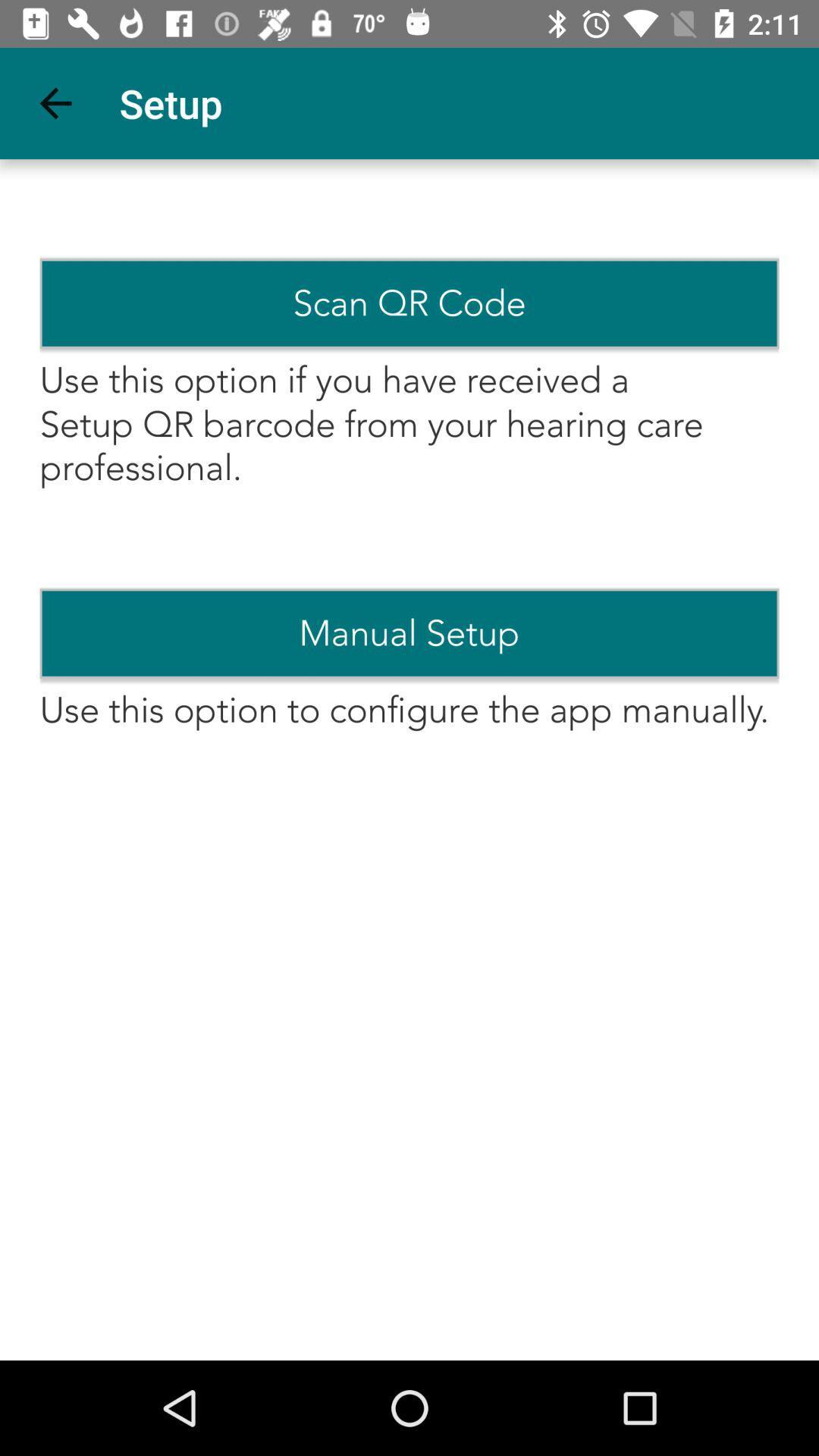 The height and width of the screenshot is (1456, 819). What do you see at coordinates (409, 633) in the screenshot?
I see `manual setup item` at bounding box center [409, 633].